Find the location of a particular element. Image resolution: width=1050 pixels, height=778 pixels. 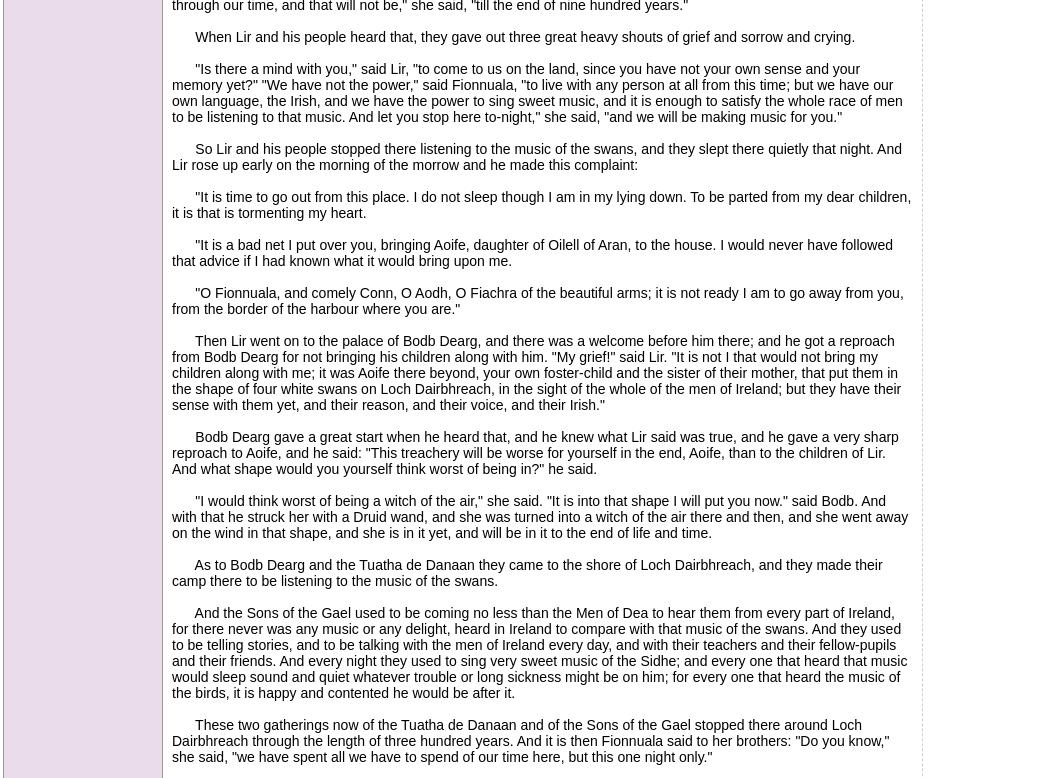

'"I would think worst of being a witch of the air," she said. "It is into that shape I will put you now." said Bodb. And with that he struck her with a Druid wand, and she was turned into a witch of the air there and then, and she went away on the wind in that shape, and she is in it yet, and will be in it to the end of life and time.' is located at coordinates (171, 515).